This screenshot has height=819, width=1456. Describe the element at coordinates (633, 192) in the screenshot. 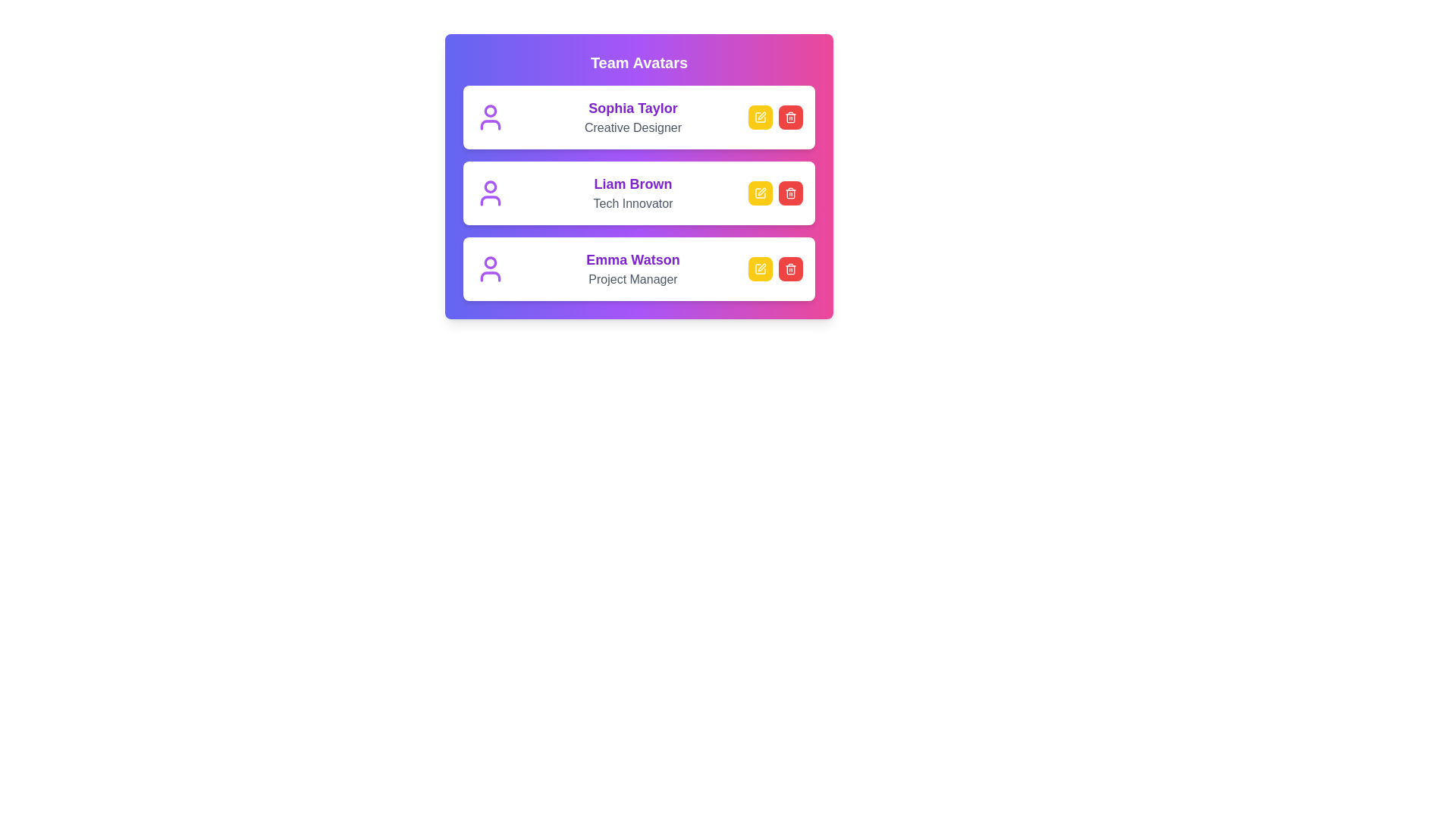

I see `the Text Label in the second position of the vertically stacked list within the rounded rectangular card, which provides information about an individual including their name and title` at that location.